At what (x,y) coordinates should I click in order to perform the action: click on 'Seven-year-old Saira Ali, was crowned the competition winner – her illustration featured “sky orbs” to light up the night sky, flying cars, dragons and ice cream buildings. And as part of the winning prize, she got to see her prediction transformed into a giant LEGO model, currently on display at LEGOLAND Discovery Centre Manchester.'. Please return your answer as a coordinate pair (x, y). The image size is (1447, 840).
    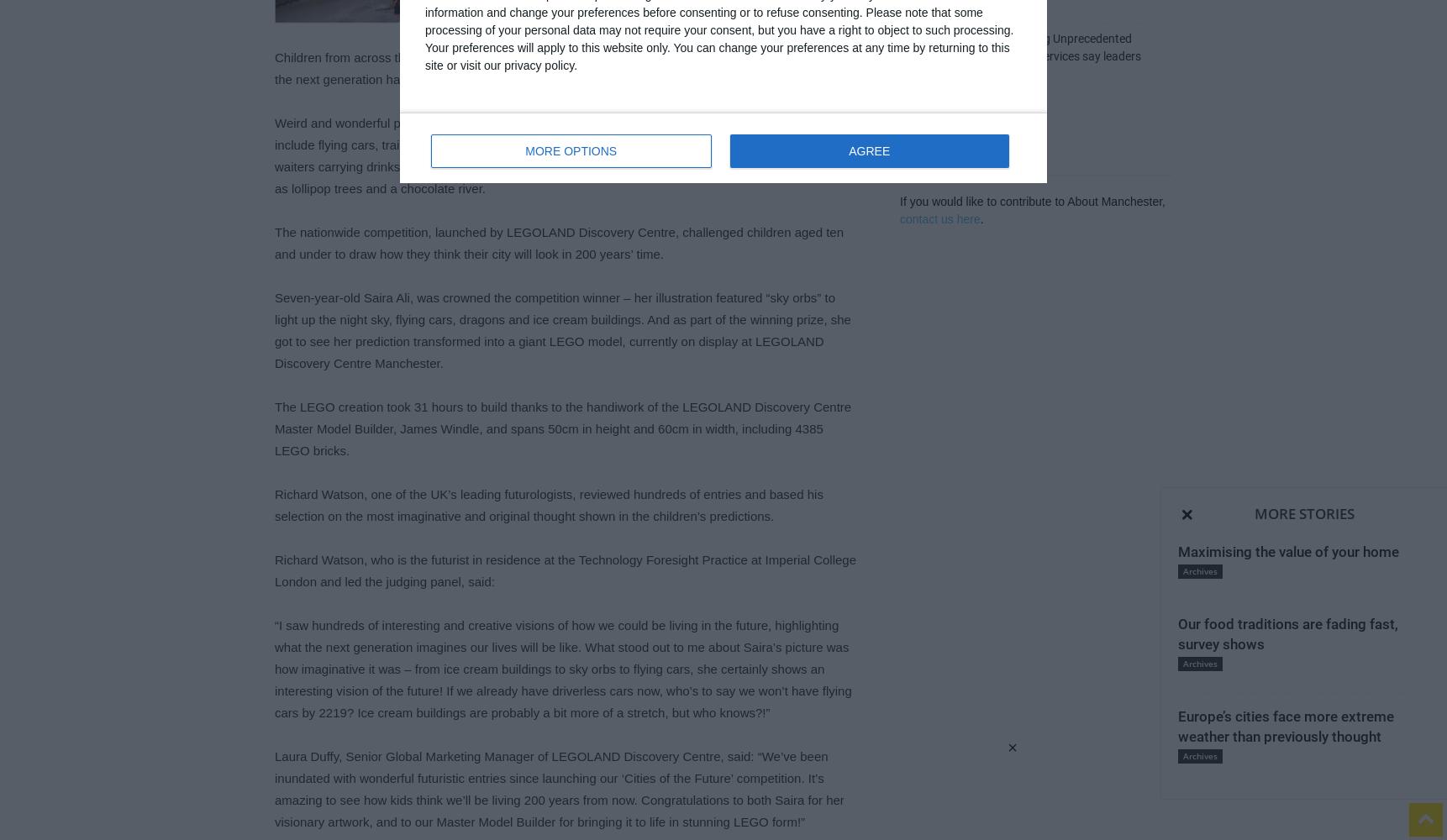
    Looking at the image, I should click on (274, 330).